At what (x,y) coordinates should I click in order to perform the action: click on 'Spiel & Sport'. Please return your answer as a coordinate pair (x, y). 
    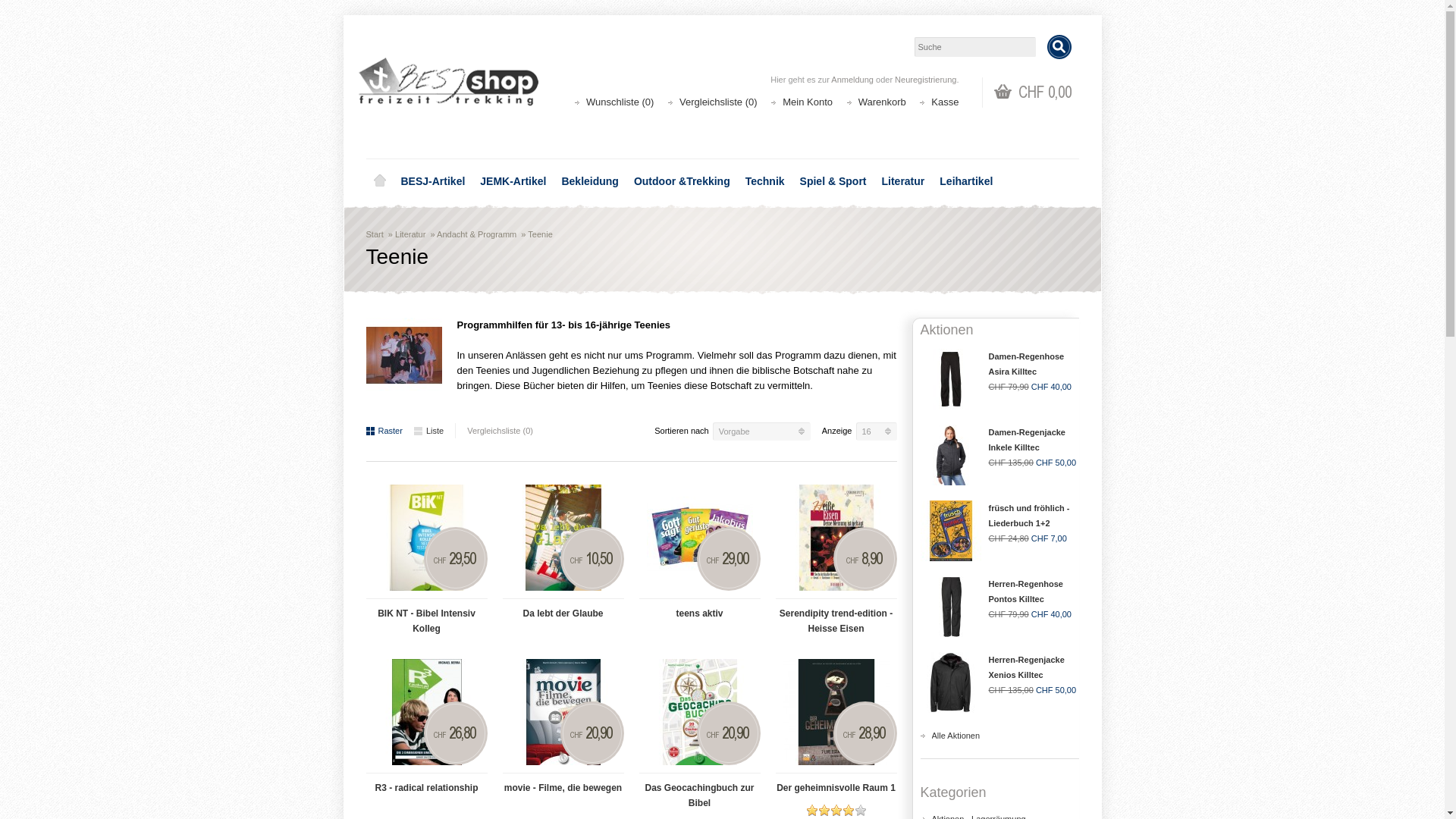
    Looking at the image, I should click on (792, 180).